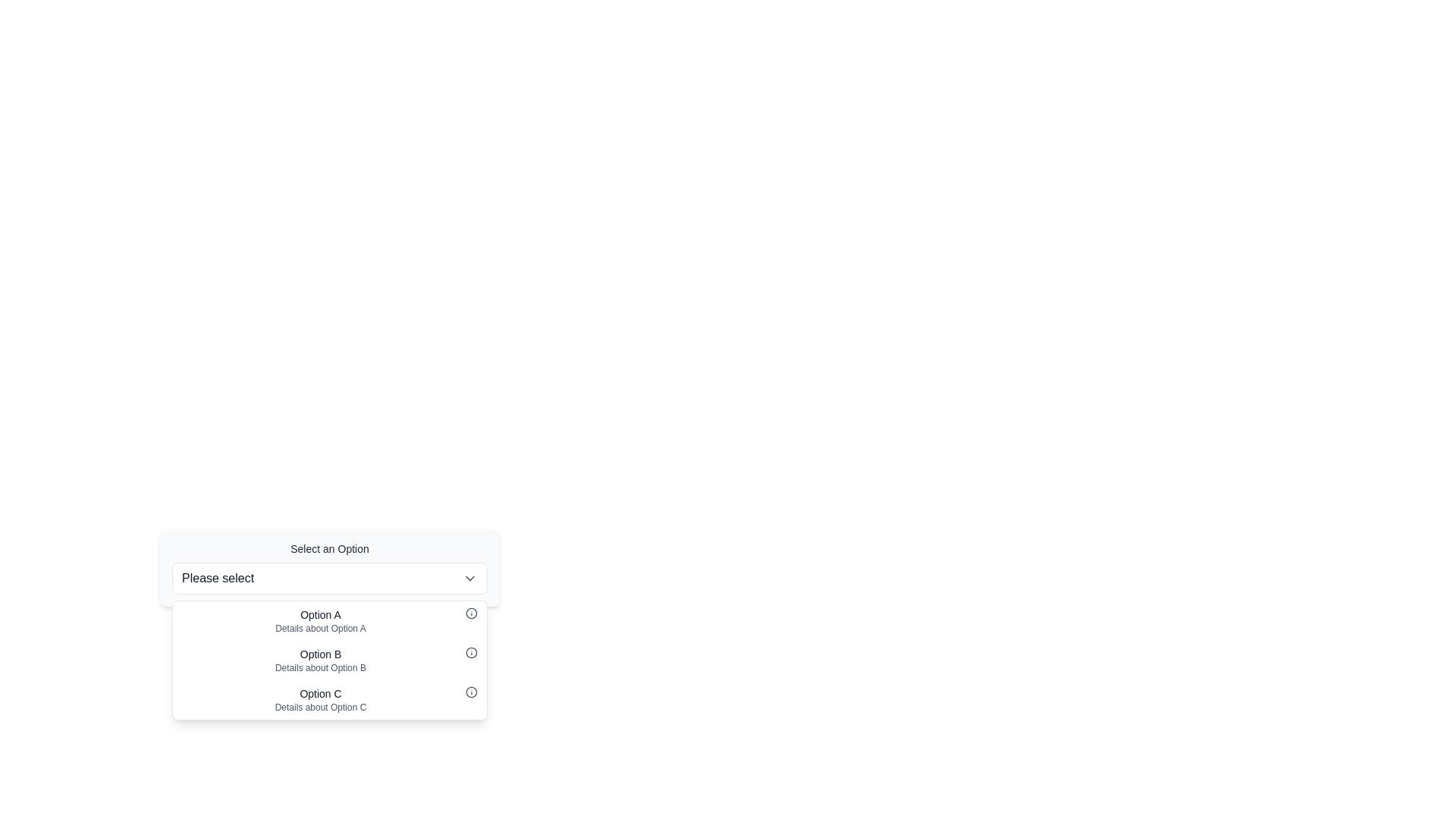 The image size is (1456, 819). Describe the element at coordinates (471, 613) in the screenshot. I see `the SVG circle element that is part of the icon next to the text 'Option A' in the dropdown menu` at that location.